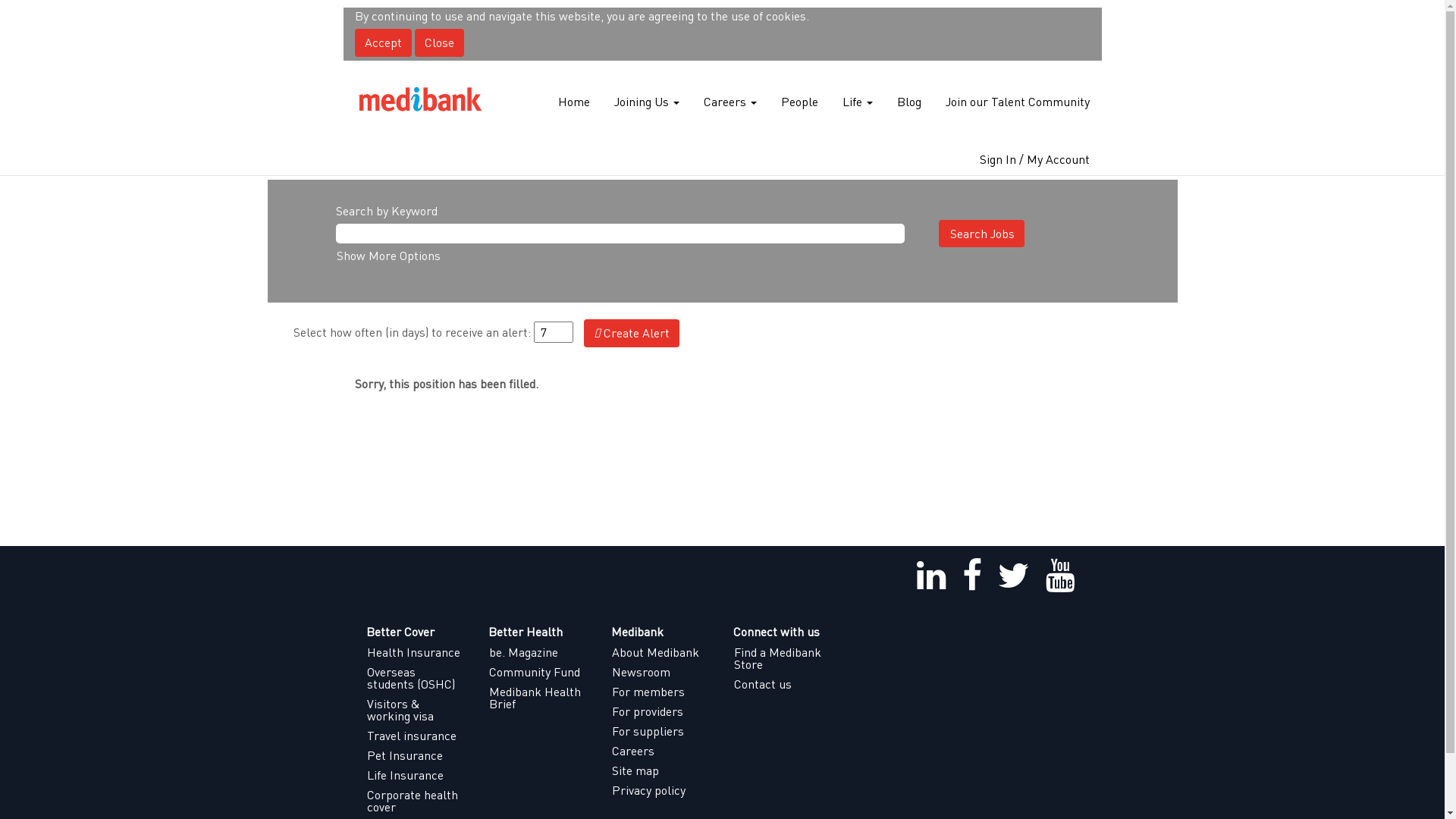 This screenshot has width=1456, height=819. I want to click on 'youtube', so click(1043, 576).